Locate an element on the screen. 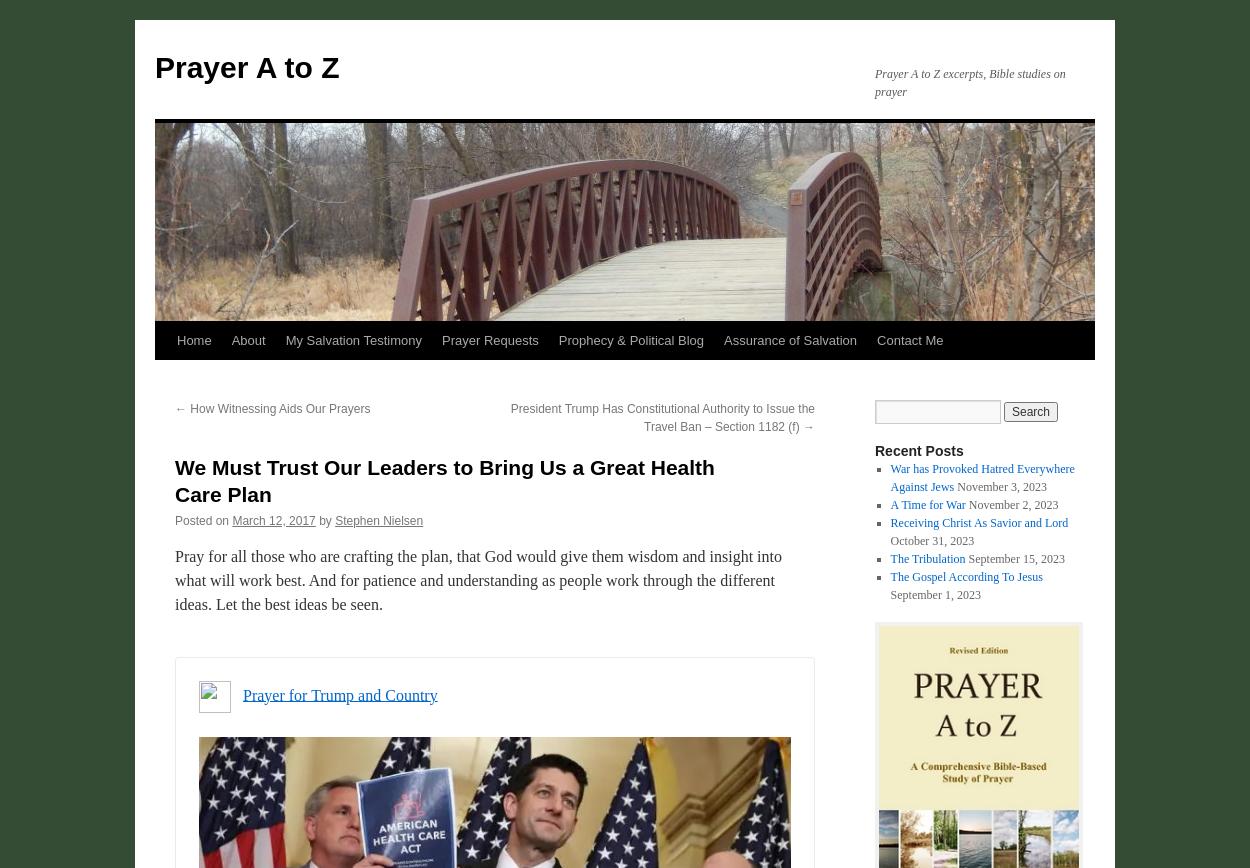 This screenshot has height=868, width=1250. 'A Time for War' is located at coordinates (927, 505).